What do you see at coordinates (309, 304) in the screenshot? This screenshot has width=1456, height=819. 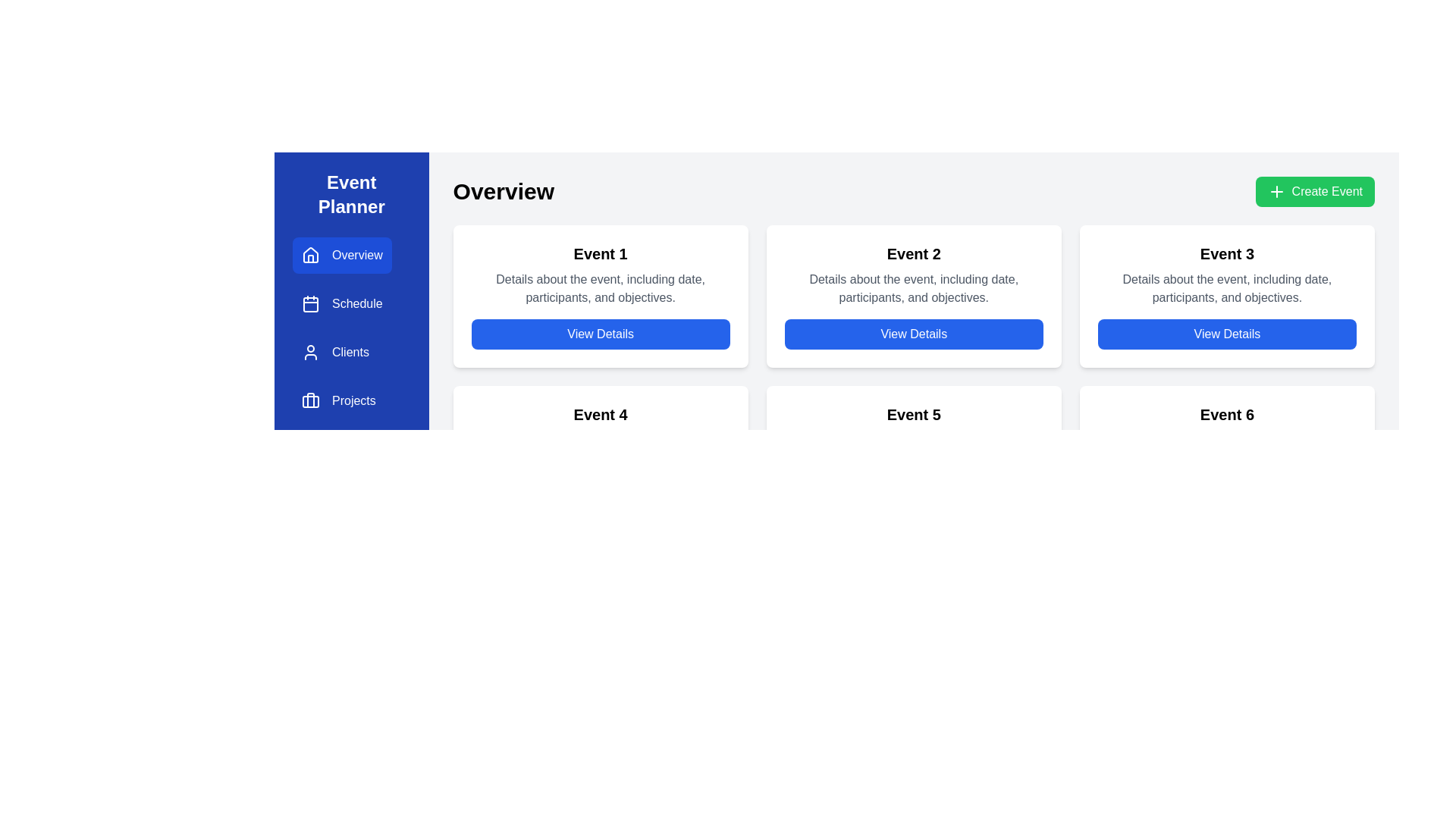 I see `the internal rectangle of the calendar icon located in the sidebar` at bounding box center [309, 304].